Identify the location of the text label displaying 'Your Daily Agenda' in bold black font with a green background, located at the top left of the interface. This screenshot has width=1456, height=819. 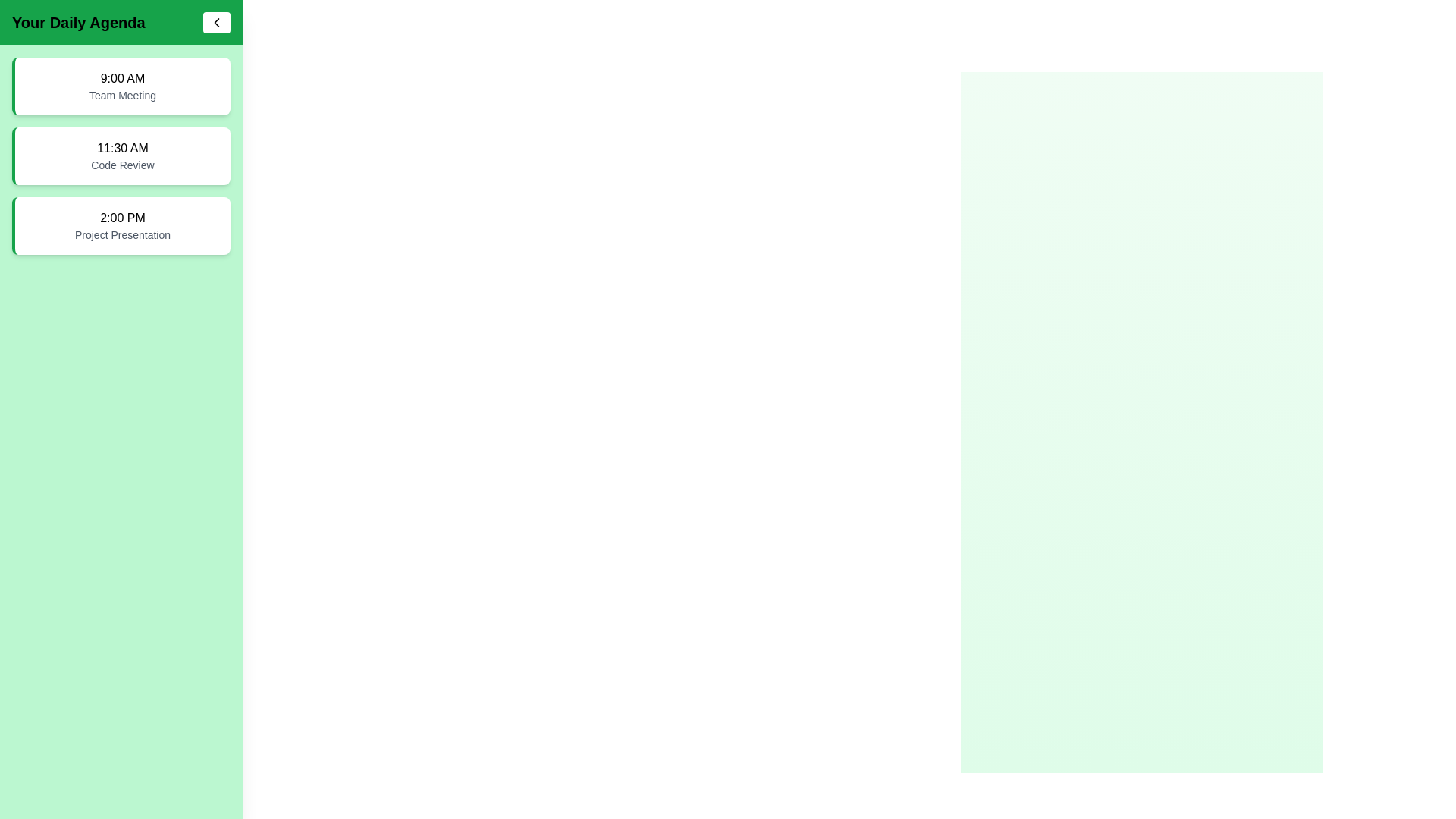
(77, 23).